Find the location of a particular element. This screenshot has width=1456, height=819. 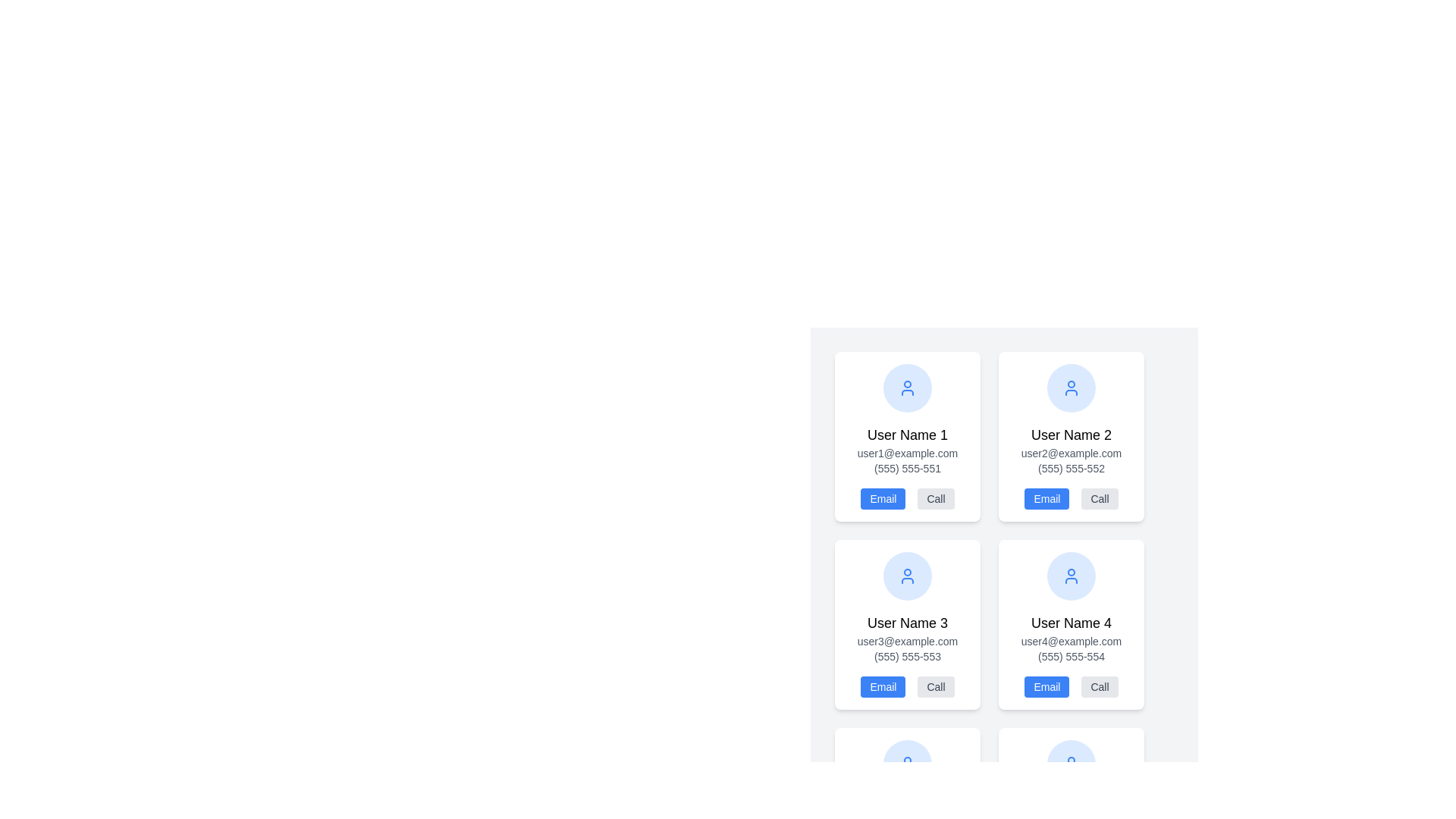

the Text Display element that shows the phone number '(555) 555-551', which is located beneath the email address 'user1@example.com' and above the buttons labeled 'Email' and 'Call' is located at coordinates (907, 467).